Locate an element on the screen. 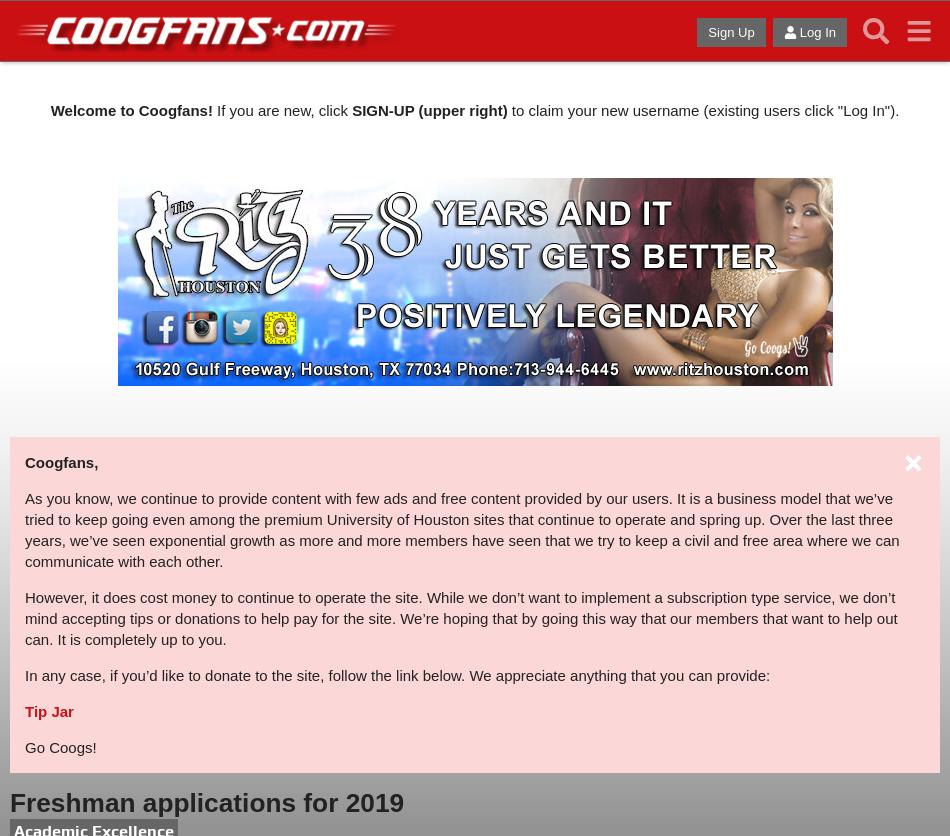 This screenshot has width=950, height=836. 'Go Coogs!' is located at coordinates (60, 745).